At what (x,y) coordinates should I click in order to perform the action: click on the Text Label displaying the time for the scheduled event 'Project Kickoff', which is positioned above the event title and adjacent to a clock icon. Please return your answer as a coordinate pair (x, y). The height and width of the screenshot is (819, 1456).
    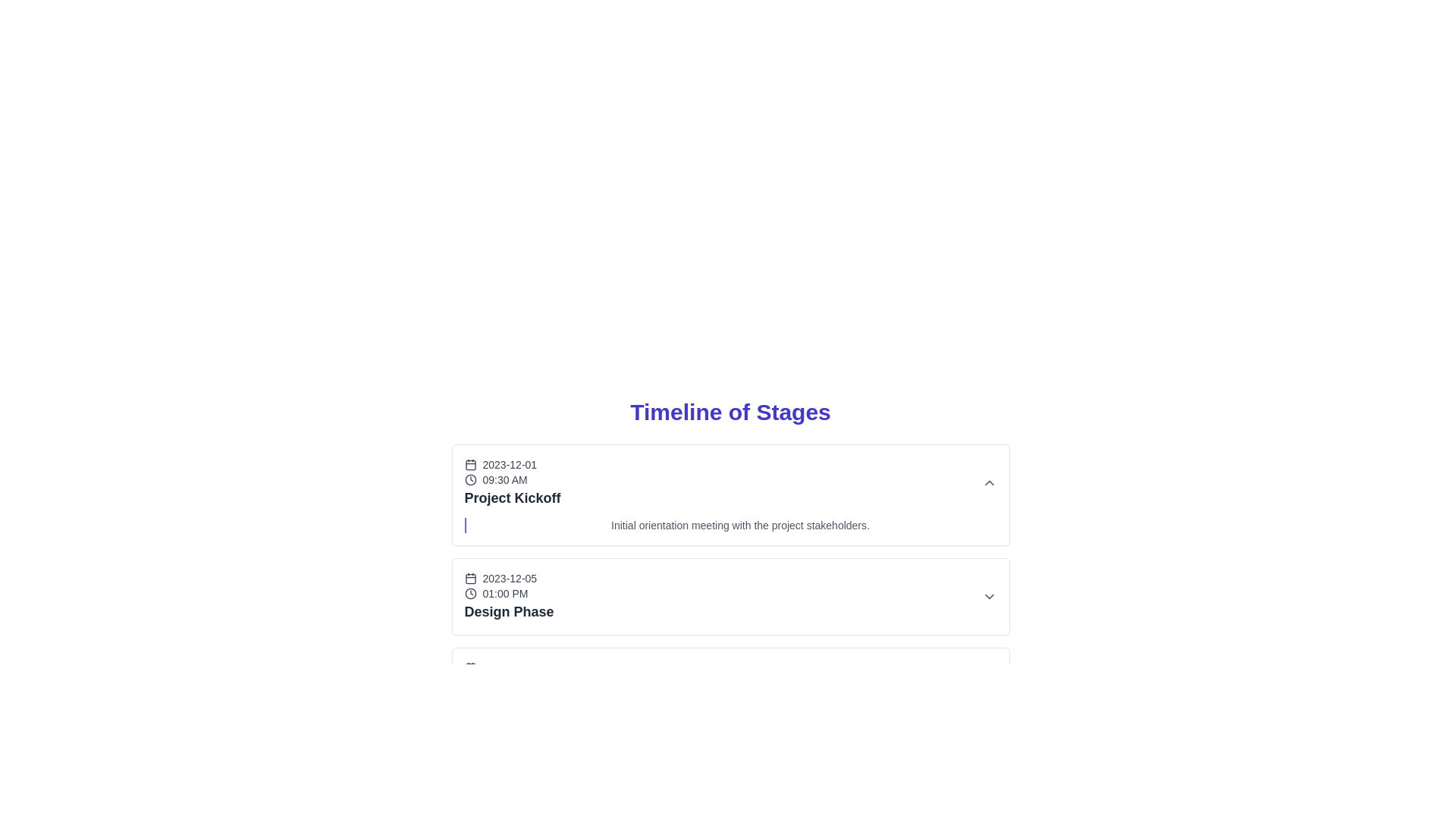
    Looking at the image, I should click on (513, 479).